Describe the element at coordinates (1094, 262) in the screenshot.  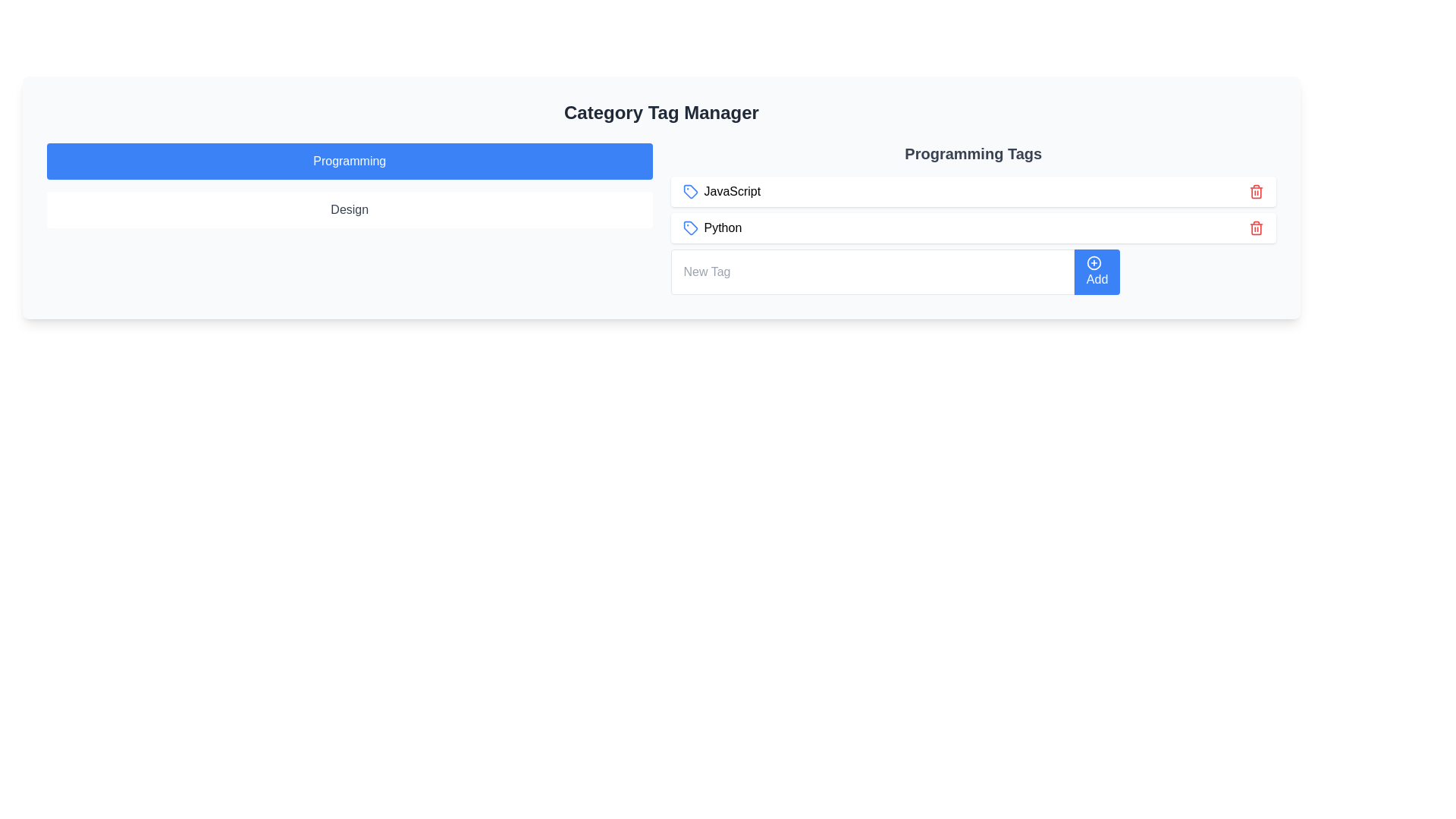
I see `the circular icon within the blue 'Add' button in the 'Programming Tags' section for additional visual feedback` at that location.